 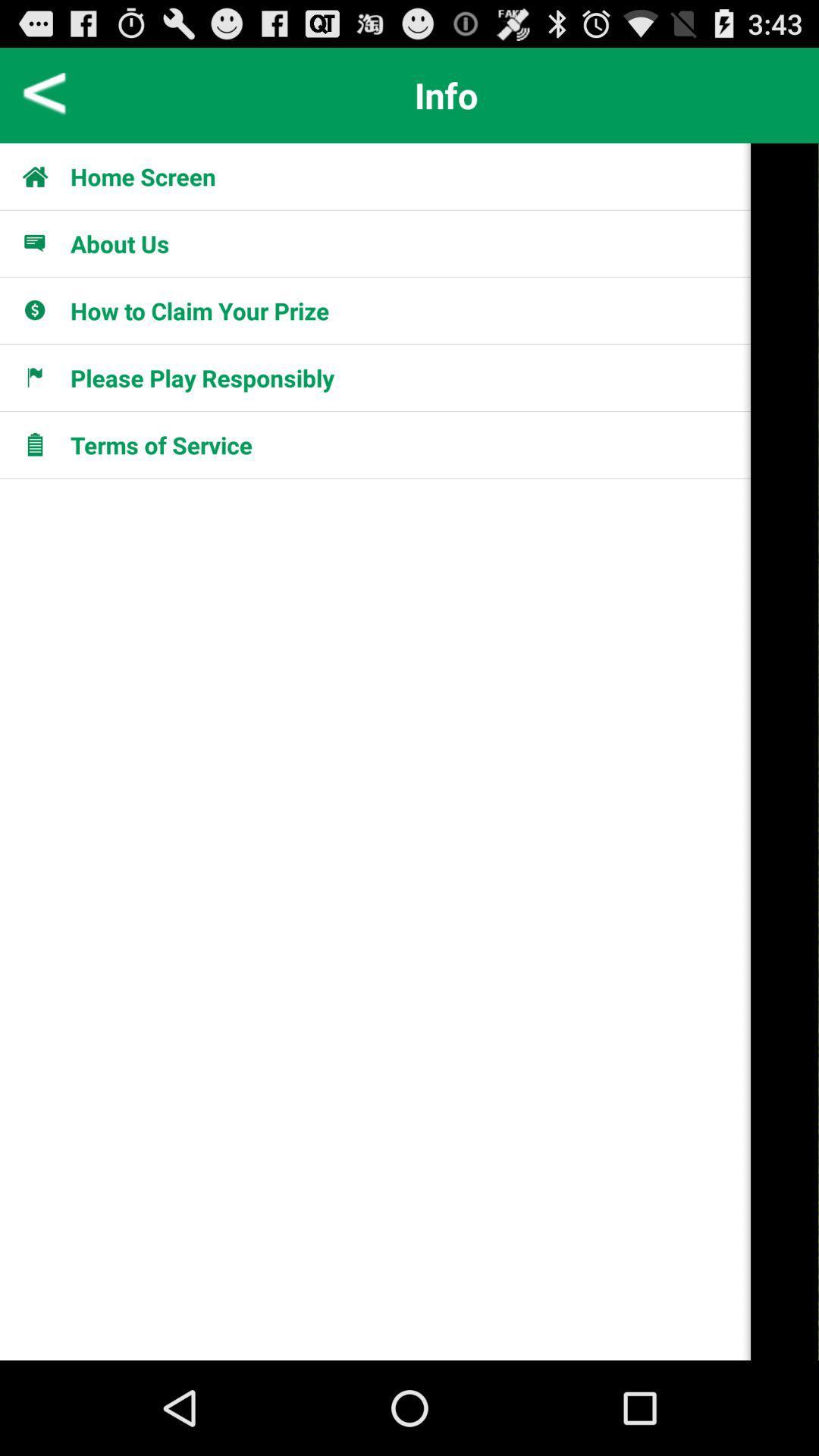 I want to click on item below home screen icon, so click(x=119, y=243).